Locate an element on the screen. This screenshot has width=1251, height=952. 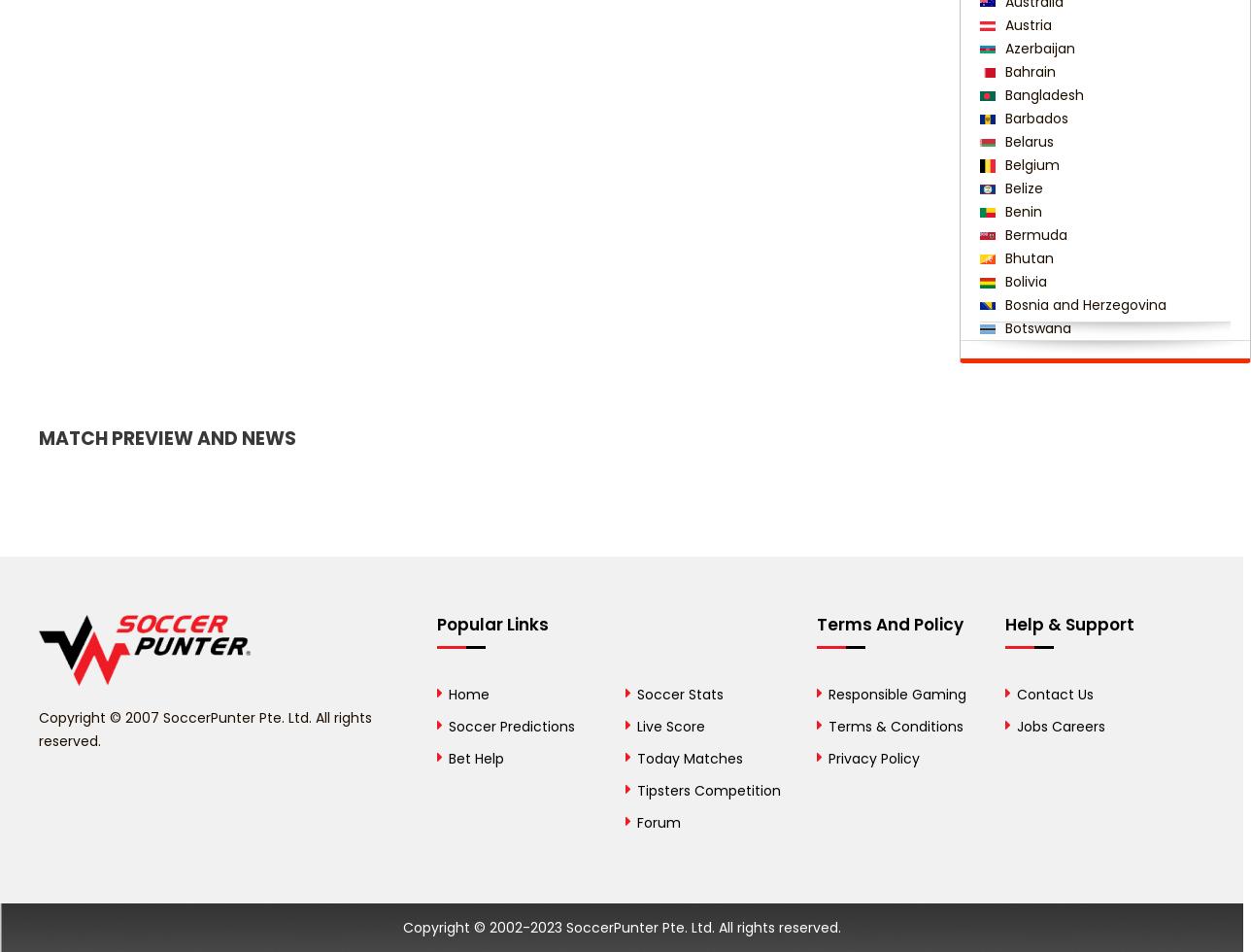
'Tipsters Competition' is located at coordinates (635, 790).